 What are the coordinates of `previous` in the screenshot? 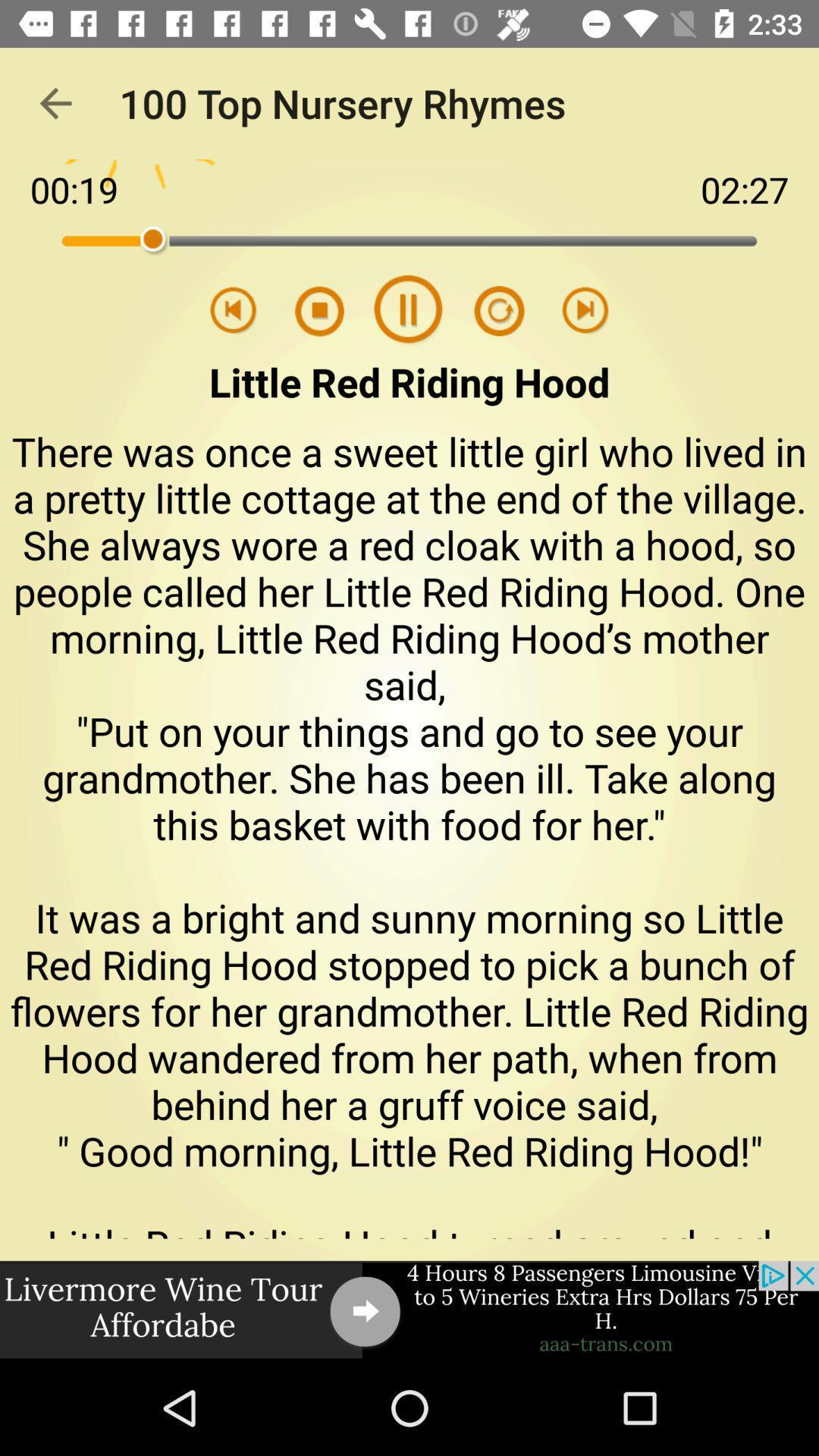 It's located at (234, 310).